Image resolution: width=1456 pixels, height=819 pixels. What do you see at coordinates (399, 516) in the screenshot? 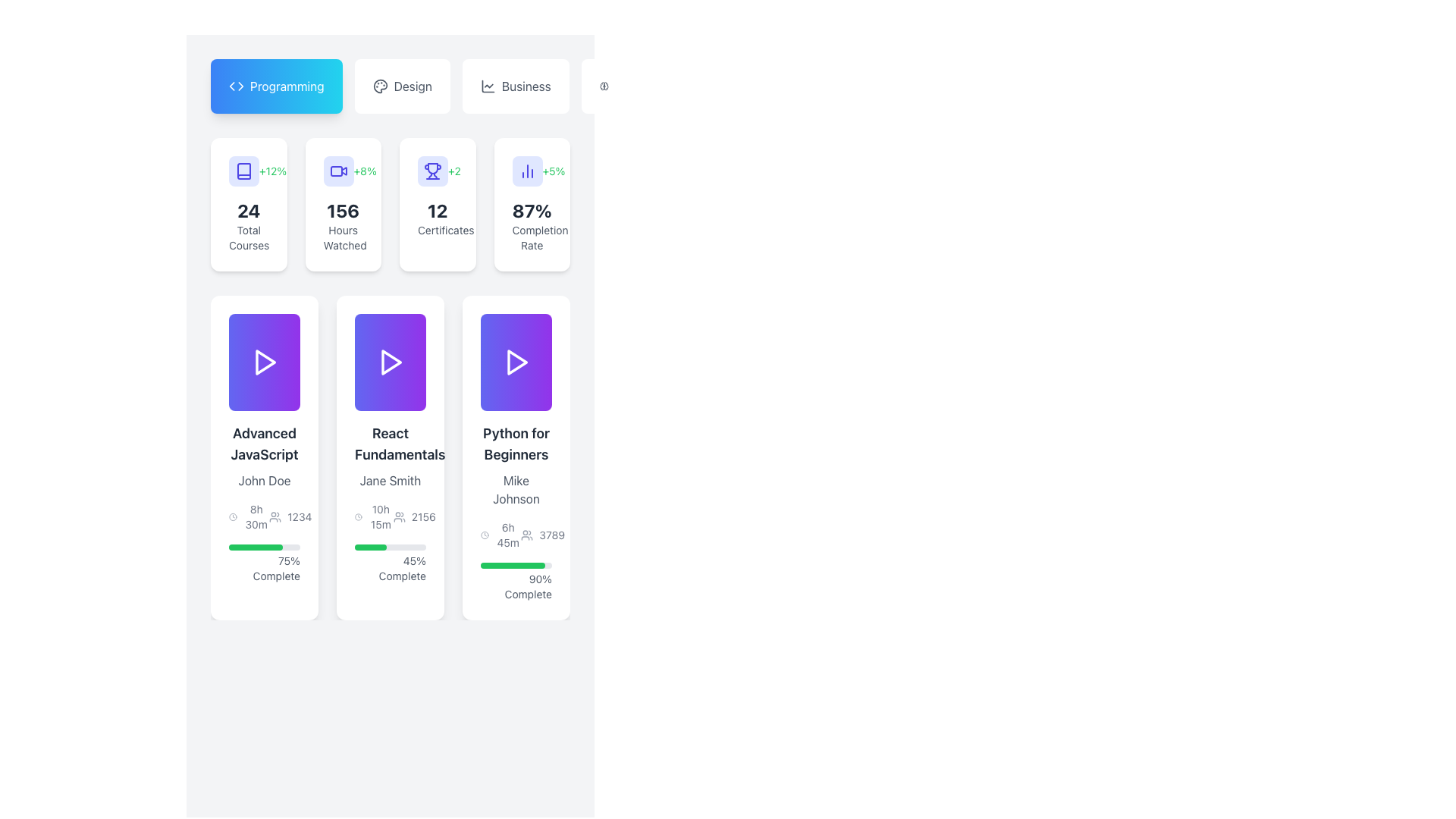
I see `the user icon located beside the text '2156' in the second card of the series` at bounding box center [399, 516].